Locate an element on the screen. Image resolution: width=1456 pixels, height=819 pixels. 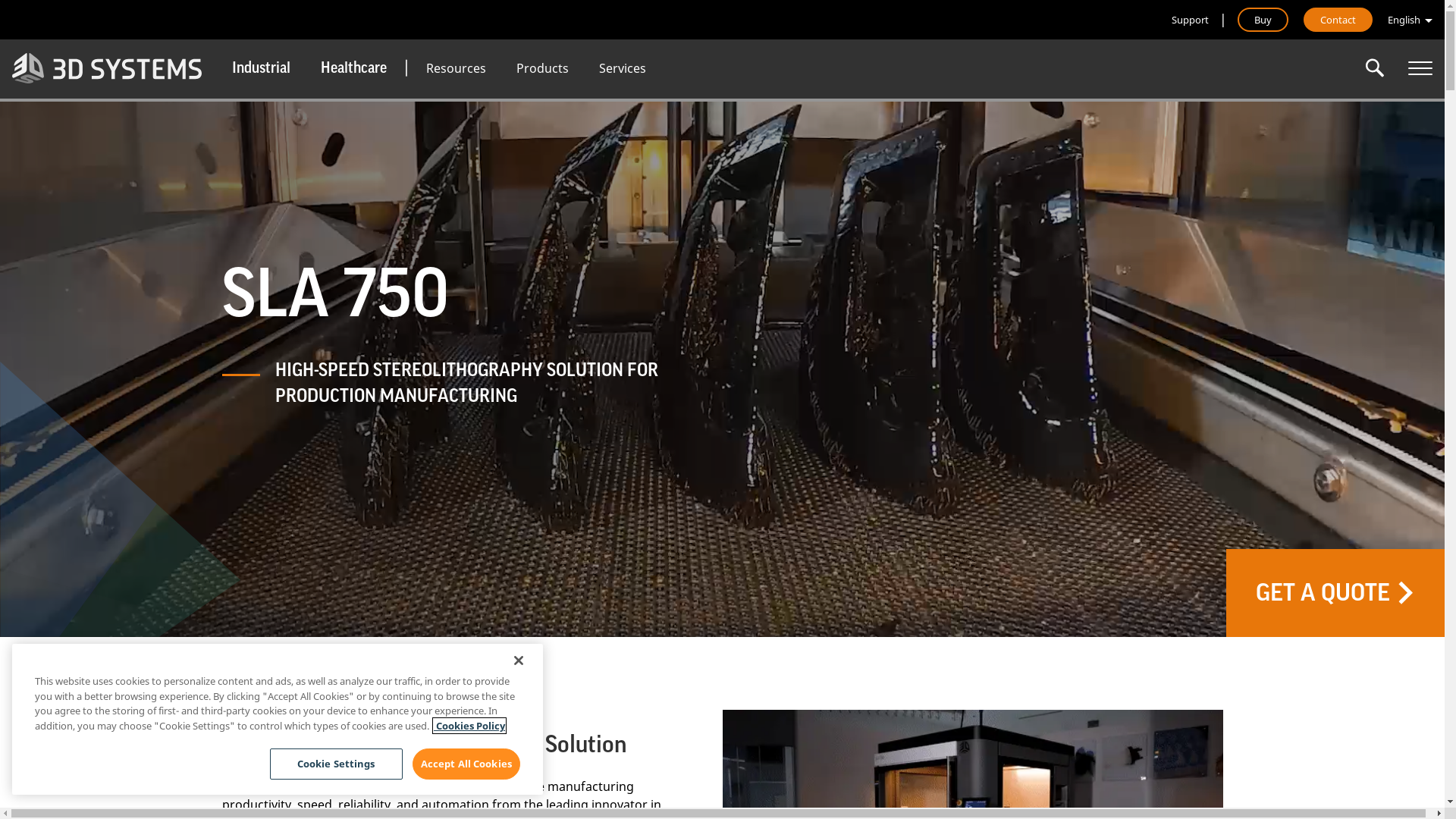
'Products' is located at coordinates (542, 67).